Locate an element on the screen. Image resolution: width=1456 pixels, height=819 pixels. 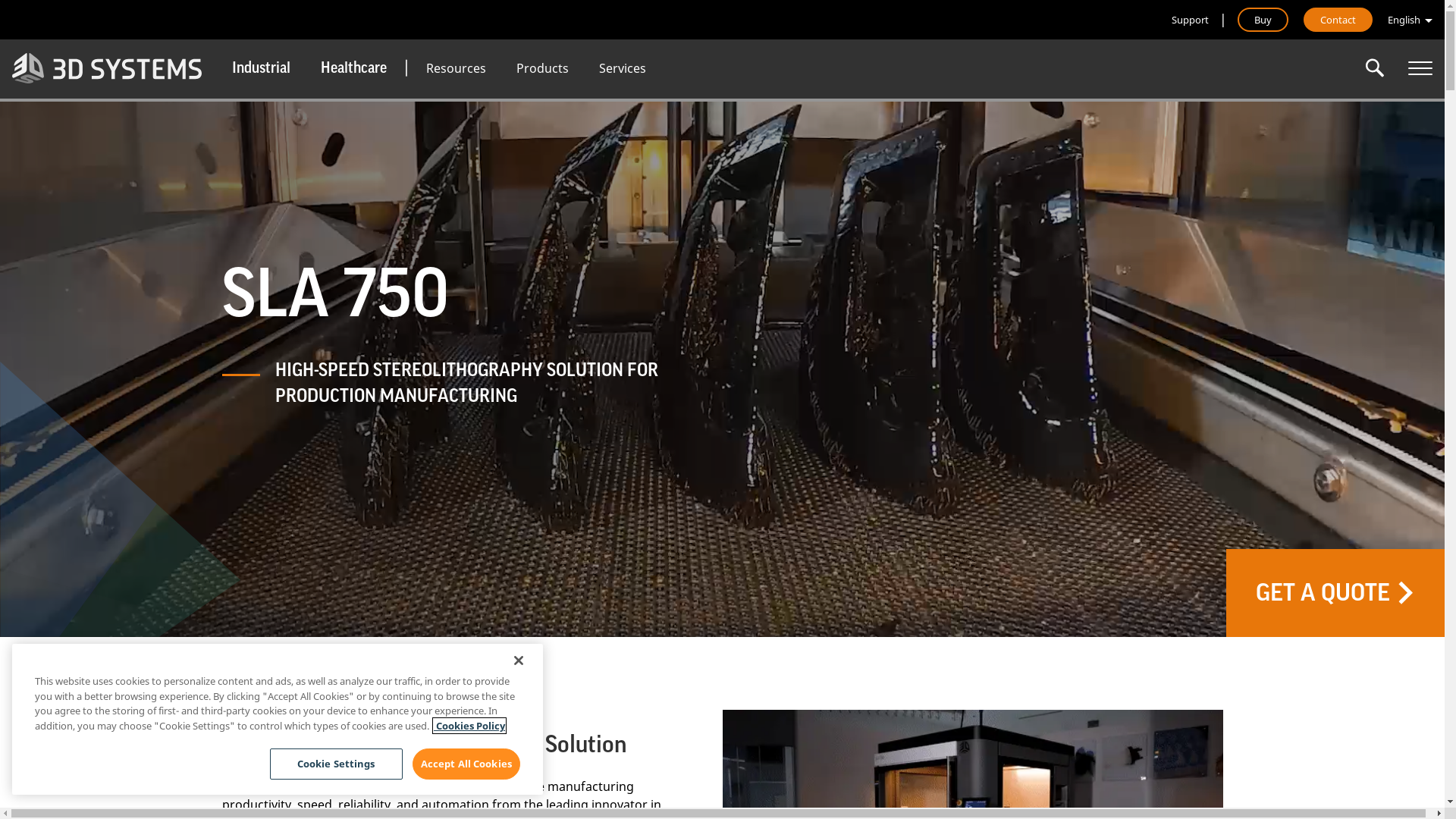
'Products' is located at coordinates (542, 67).